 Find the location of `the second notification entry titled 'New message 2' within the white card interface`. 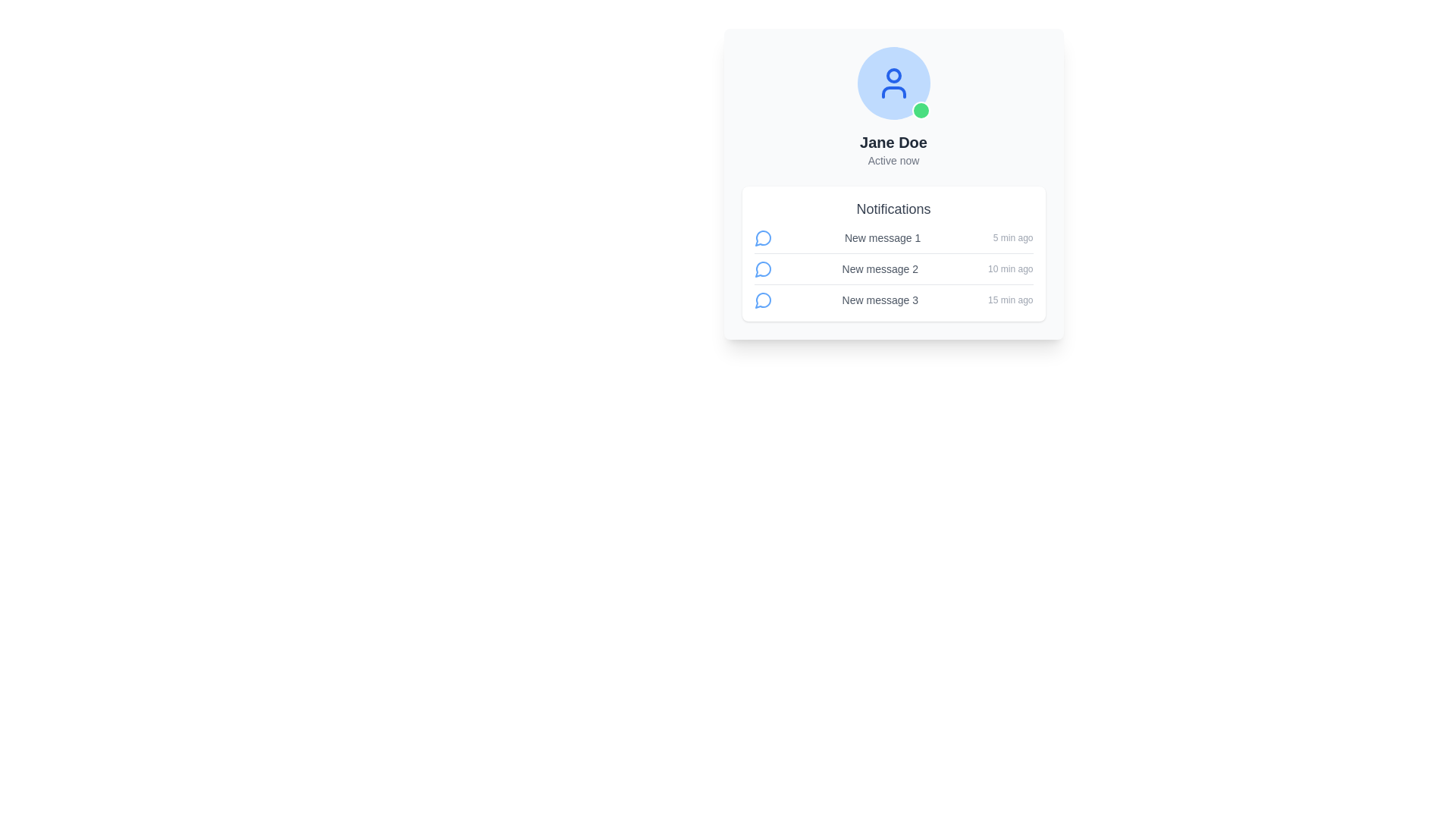

the second notification entry titled 'New message 2' within the white card interface is located at coordinates (893, 268).